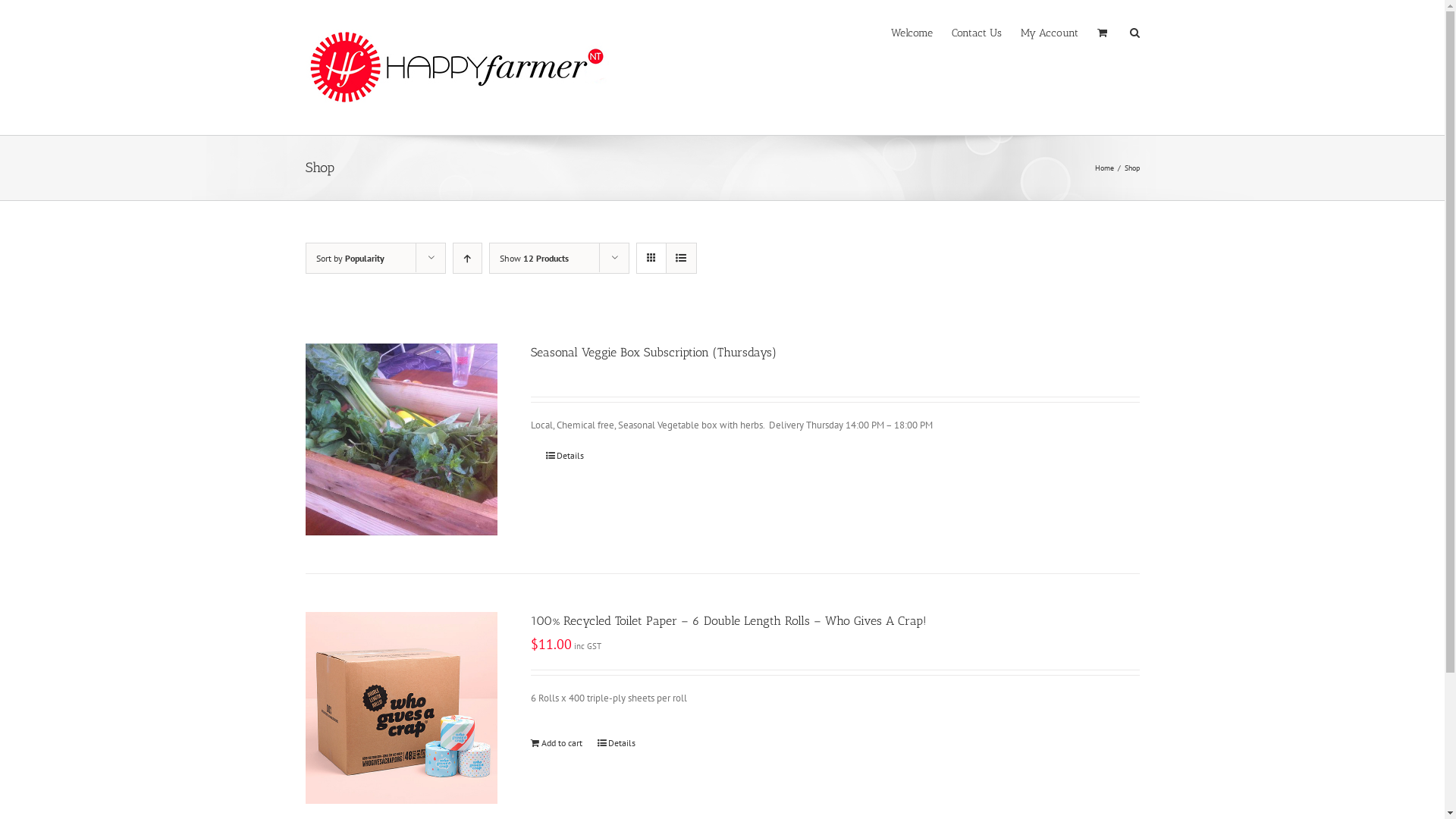 The height and width of the screenshot is (819, 1456). What do you see at coordinates (910, 32) in the screenshot?
I see `'Welcome'` at bounding box center [910, 32].